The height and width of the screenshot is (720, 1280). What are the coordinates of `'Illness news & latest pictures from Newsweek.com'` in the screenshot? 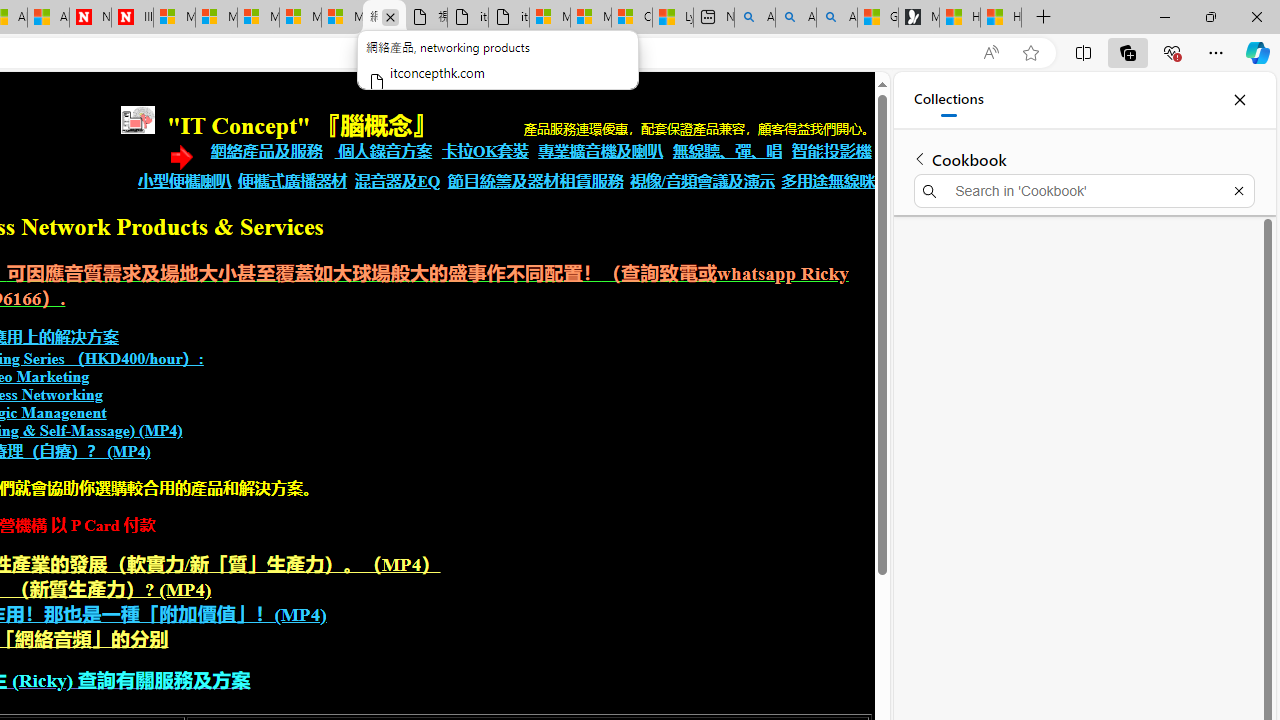 It's located at (131, 17).